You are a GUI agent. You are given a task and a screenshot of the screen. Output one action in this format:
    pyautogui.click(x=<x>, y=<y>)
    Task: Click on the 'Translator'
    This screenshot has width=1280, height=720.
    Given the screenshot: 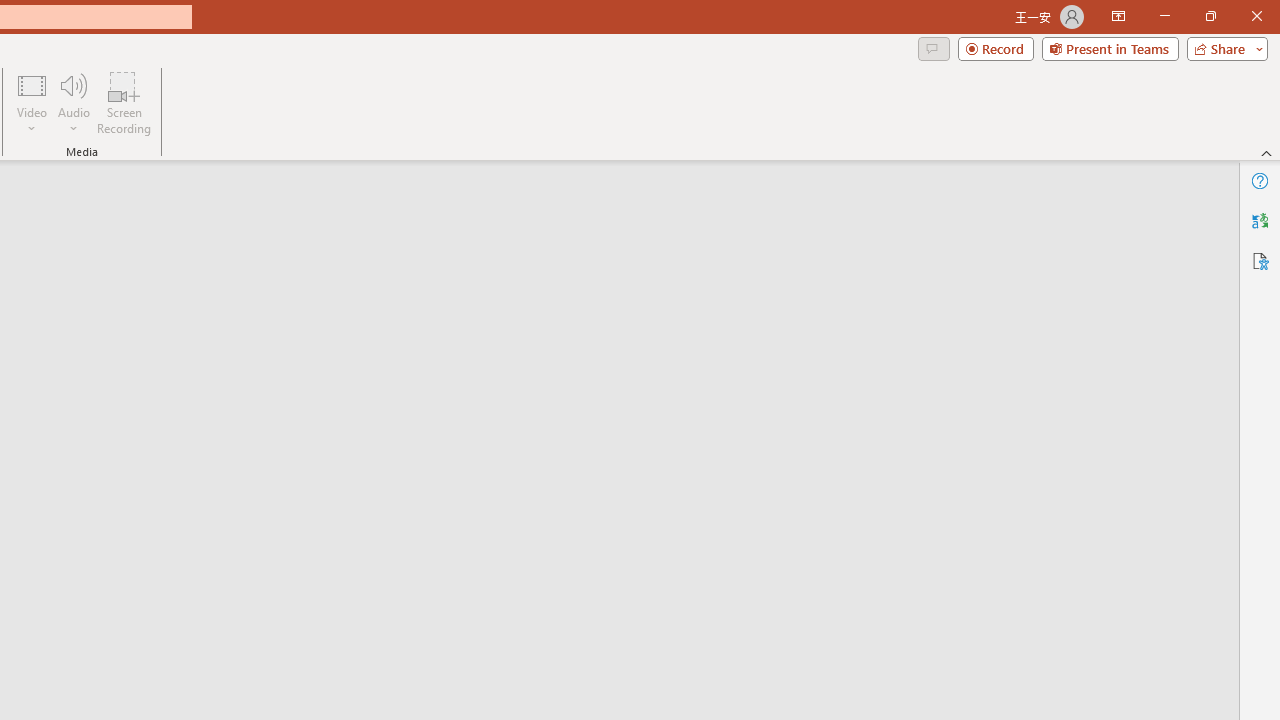 What is the action you would take?
    pyautogui.click(x=1259, y=221)
    